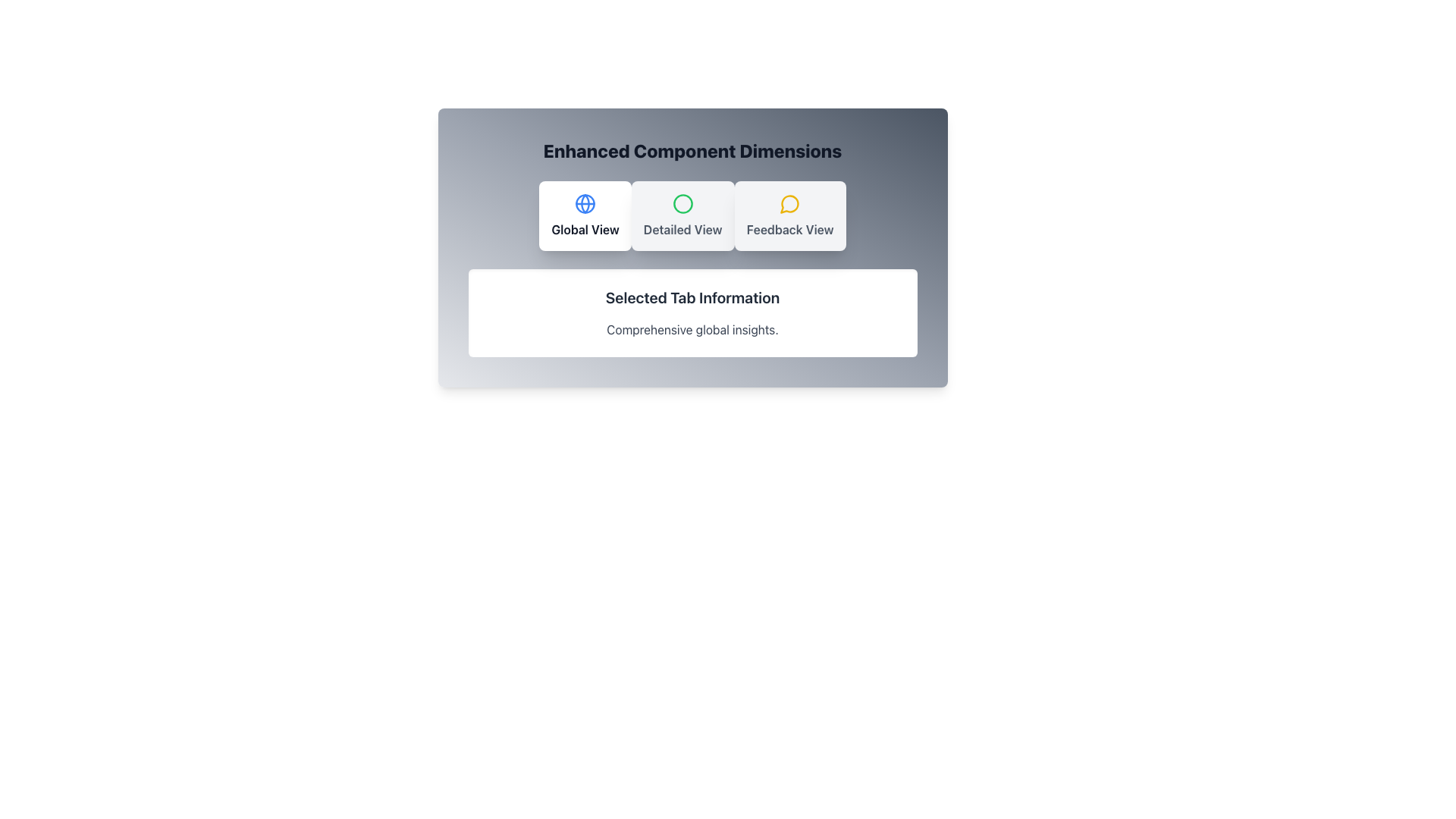 The image size is (1456, 819). I want to click on the Circle graphical element that represents the central part of the globe illustration within the 'Global View' tab, so click(585, 203).